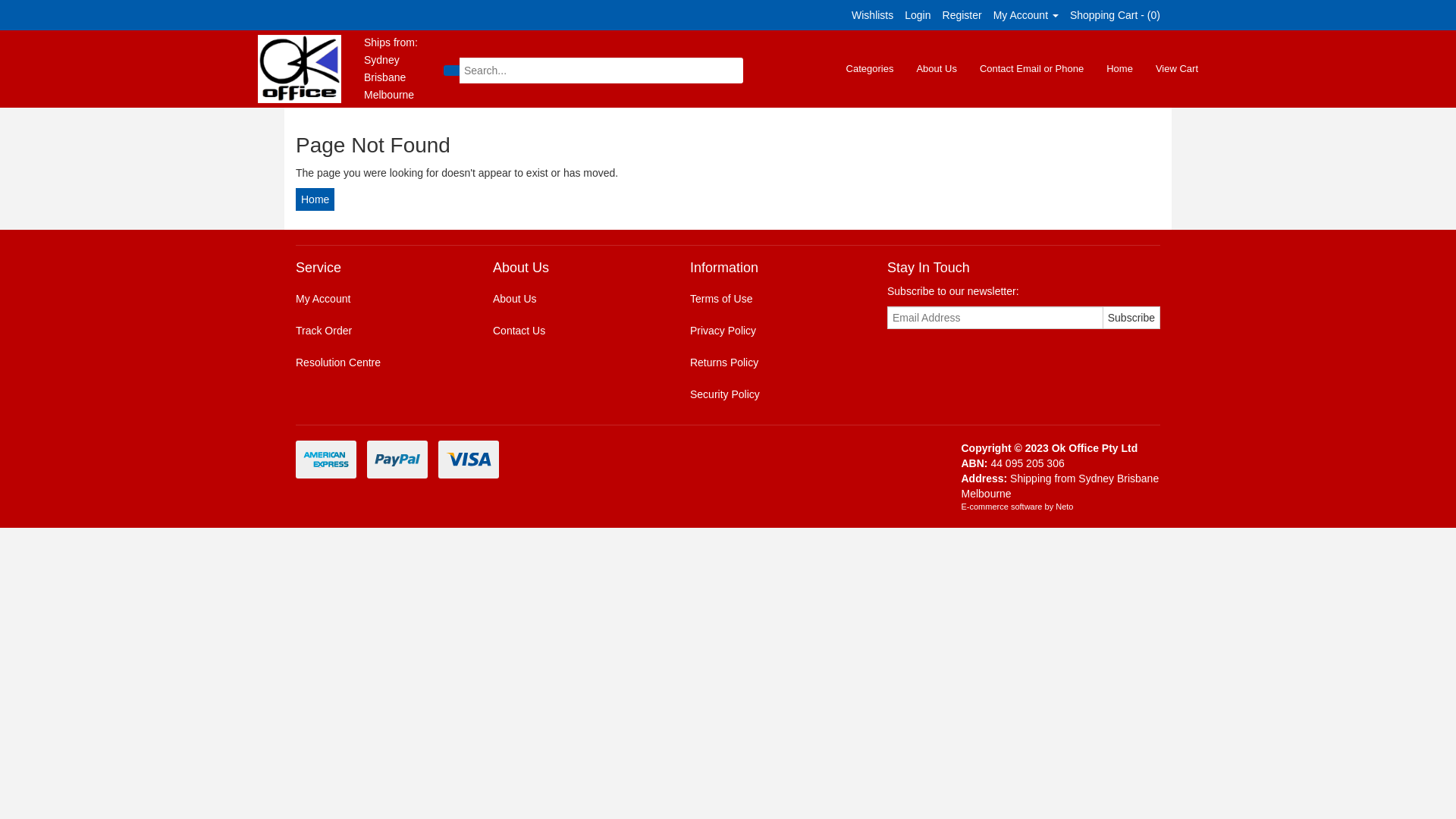 The width and height of the screenshot is (1456, 819). I want to click on 'Home', so click(314, 198).